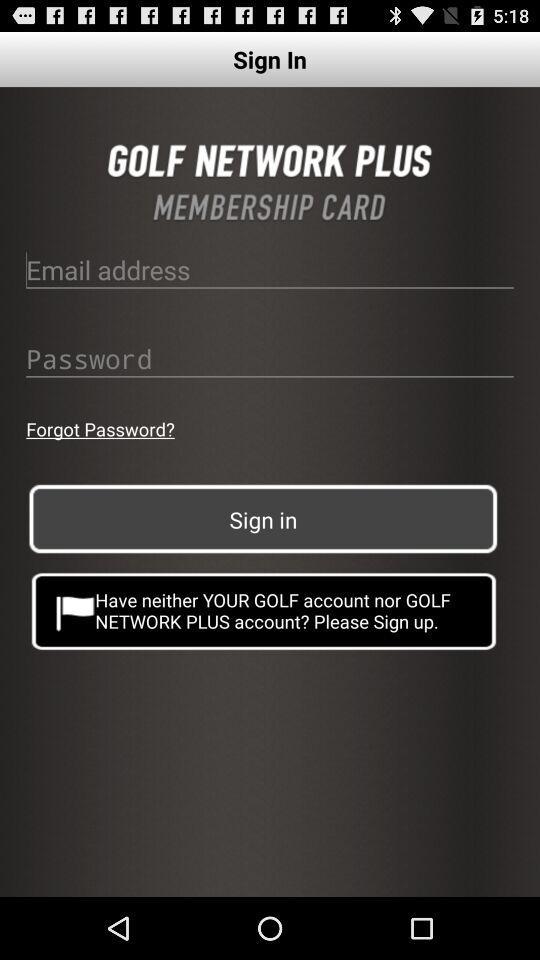 The height and width of the screenshot is (960, 540). I want to click on the button below the sign in item, so click(264, 609).